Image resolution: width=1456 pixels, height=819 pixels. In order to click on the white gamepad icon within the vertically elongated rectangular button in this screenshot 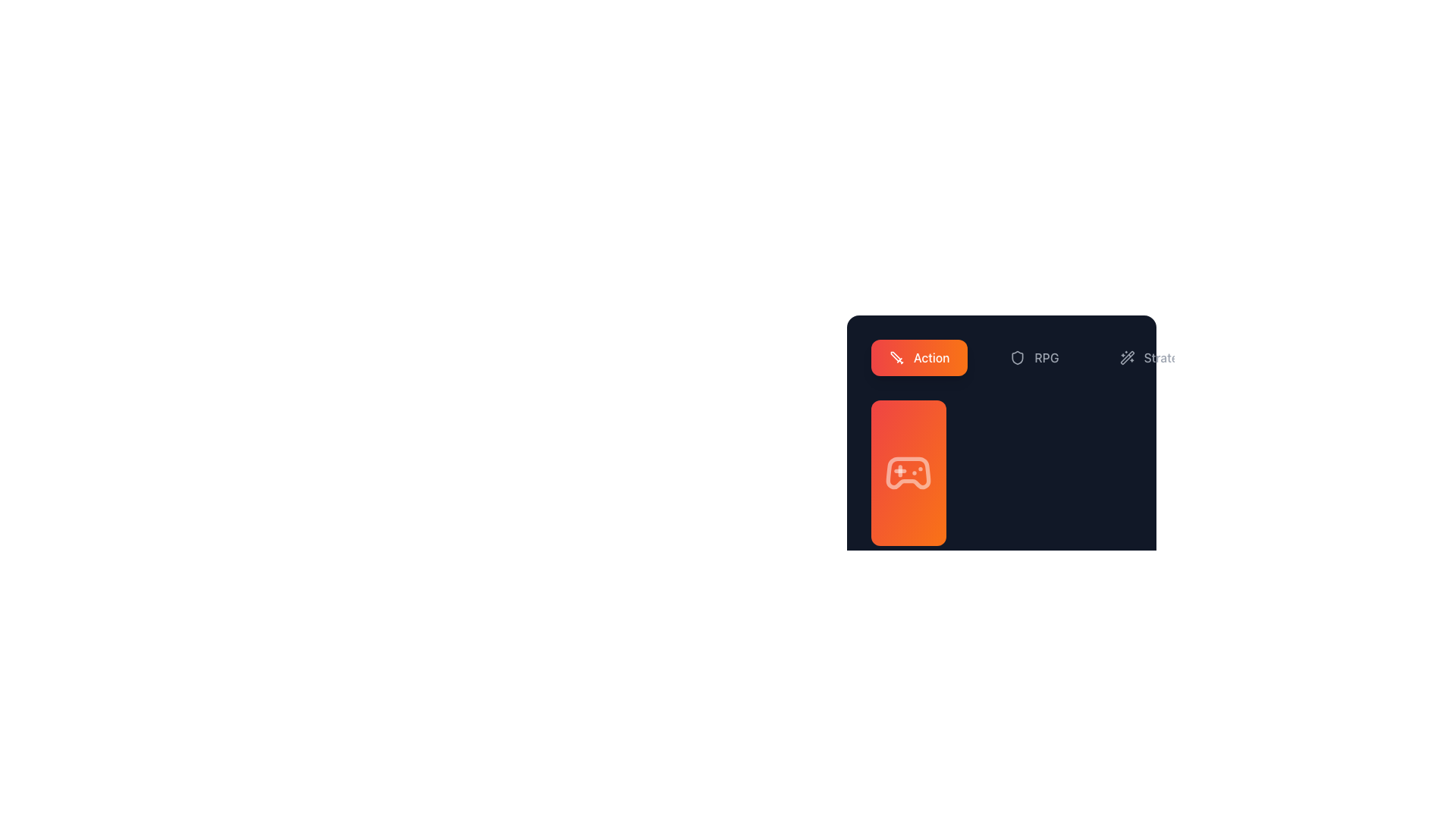, I will do `click(908, 472)`.